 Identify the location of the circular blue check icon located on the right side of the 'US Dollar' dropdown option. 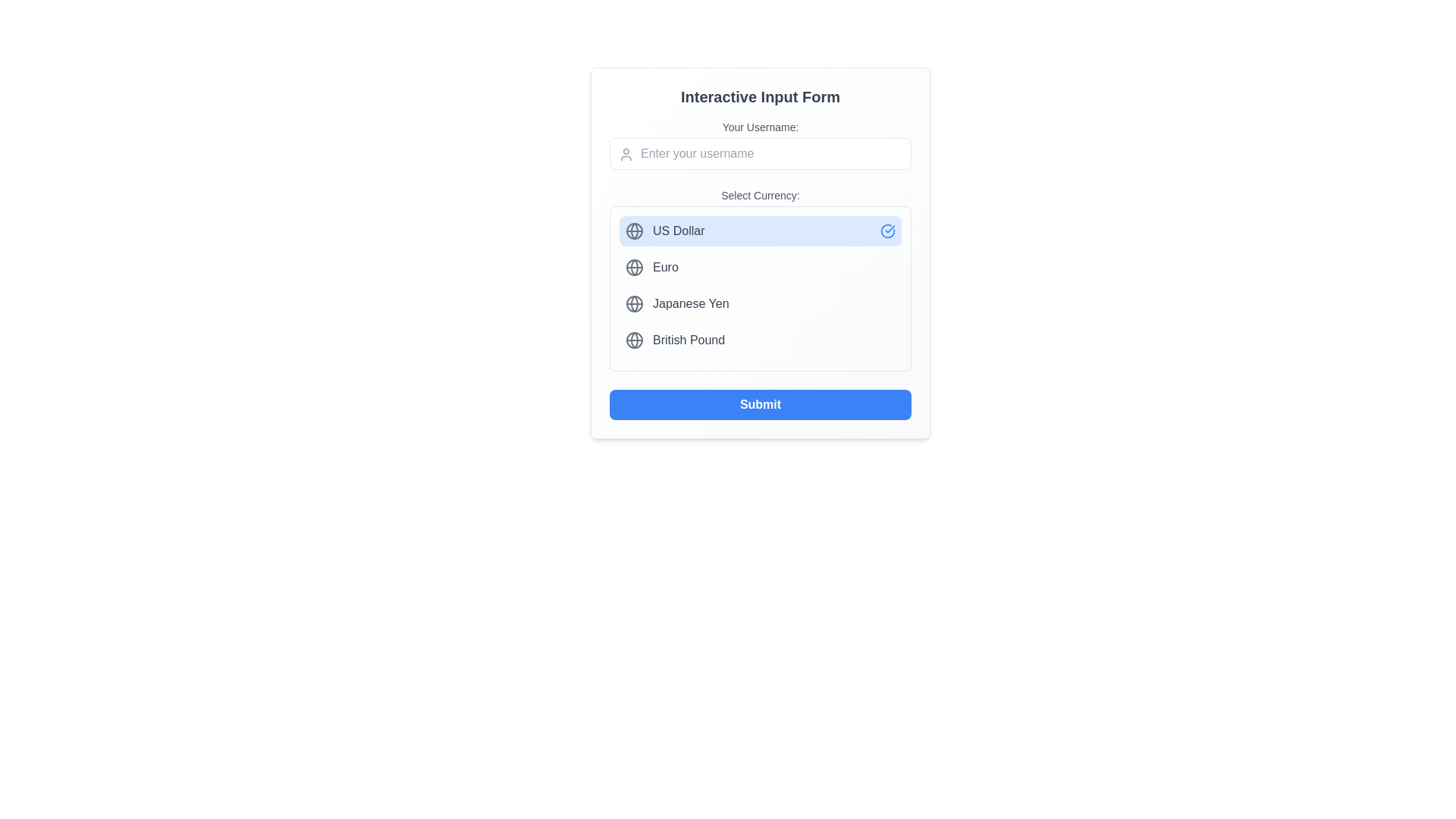
(888, 231).